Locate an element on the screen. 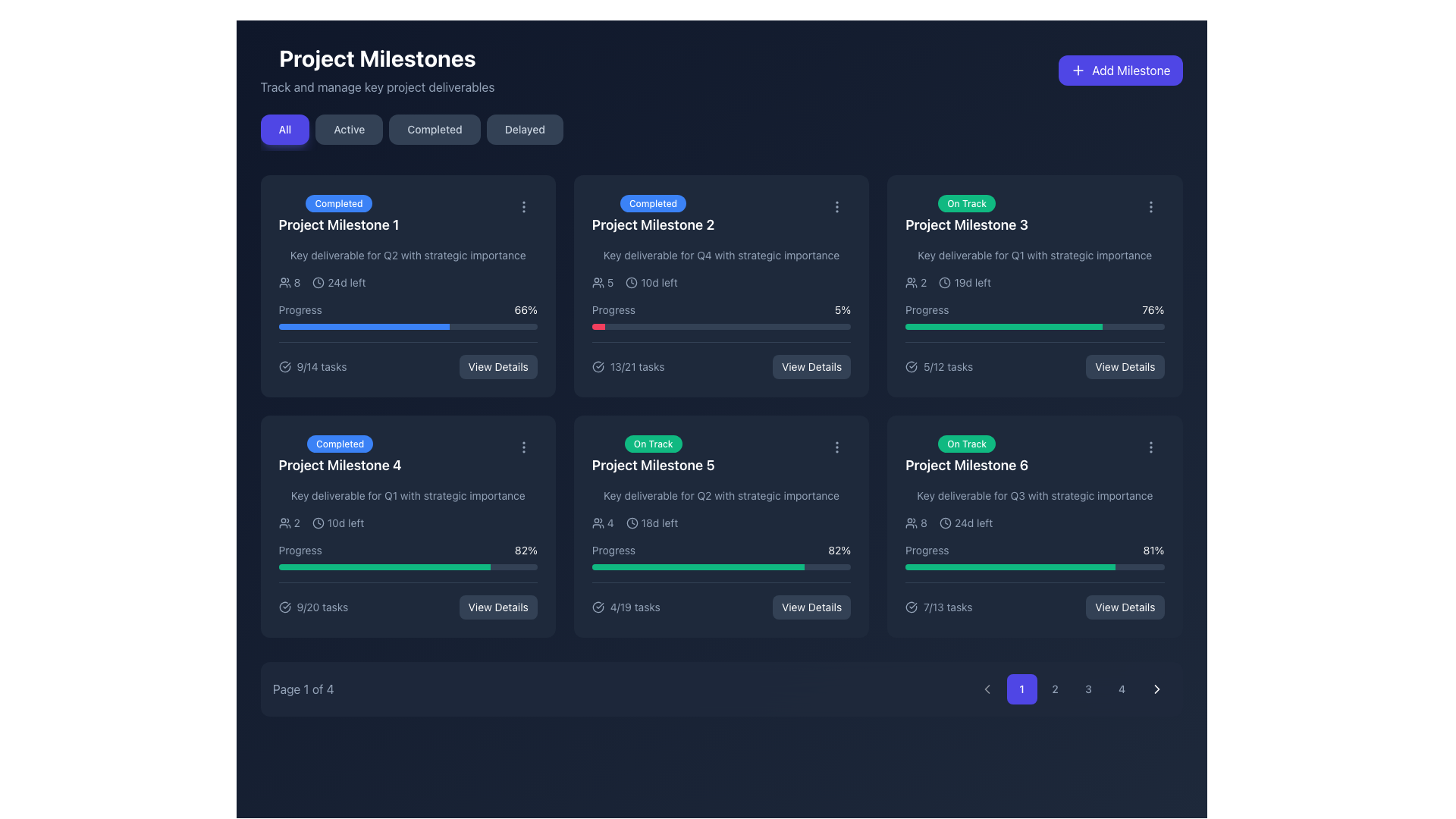 This screenshot has height=819, width=1456. textual information 'Progress' and '82%' from the Progress Indicator located within the 'Project Milestone 5' card, which shows the completion status of the project is located at coordinates (720, 556).